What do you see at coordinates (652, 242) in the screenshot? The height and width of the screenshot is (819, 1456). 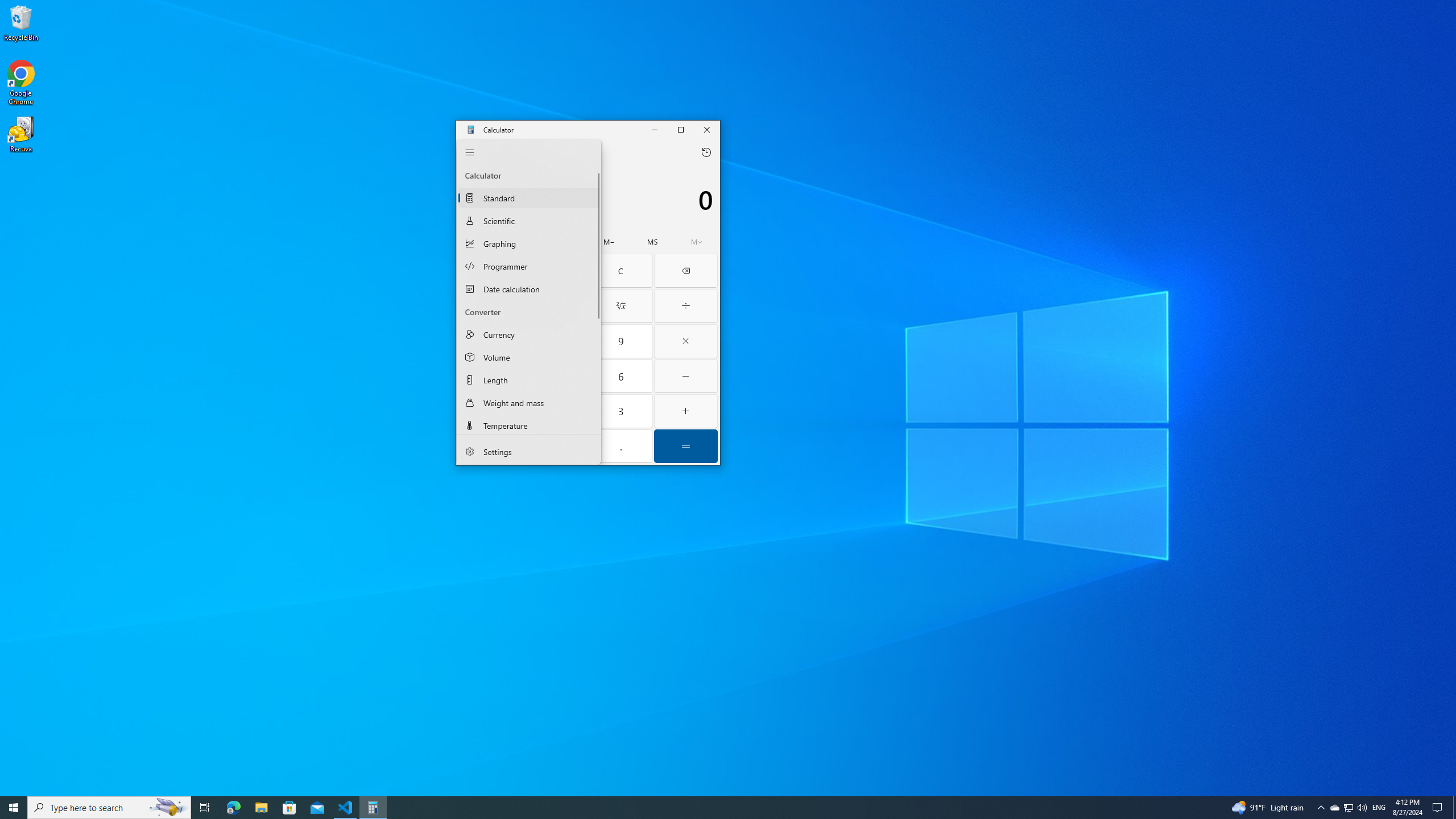 I see `'Memory store'` at bounding box center [652, 242].